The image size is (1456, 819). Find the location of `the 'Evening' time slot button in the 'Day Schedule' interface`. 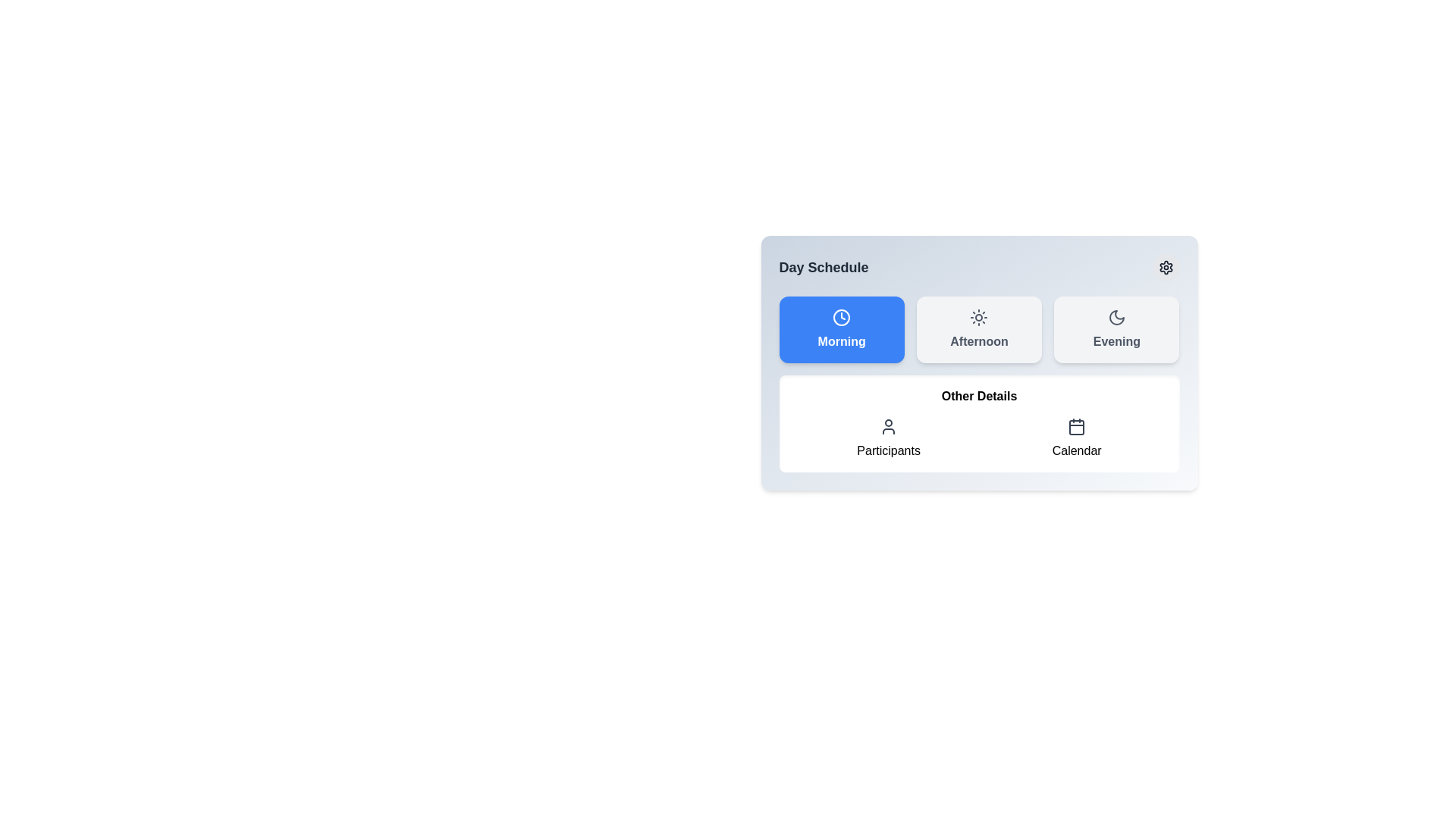

the 'Evening' time slot button in the 'Day Schedule' interface is located at coordinates (1116, 329).